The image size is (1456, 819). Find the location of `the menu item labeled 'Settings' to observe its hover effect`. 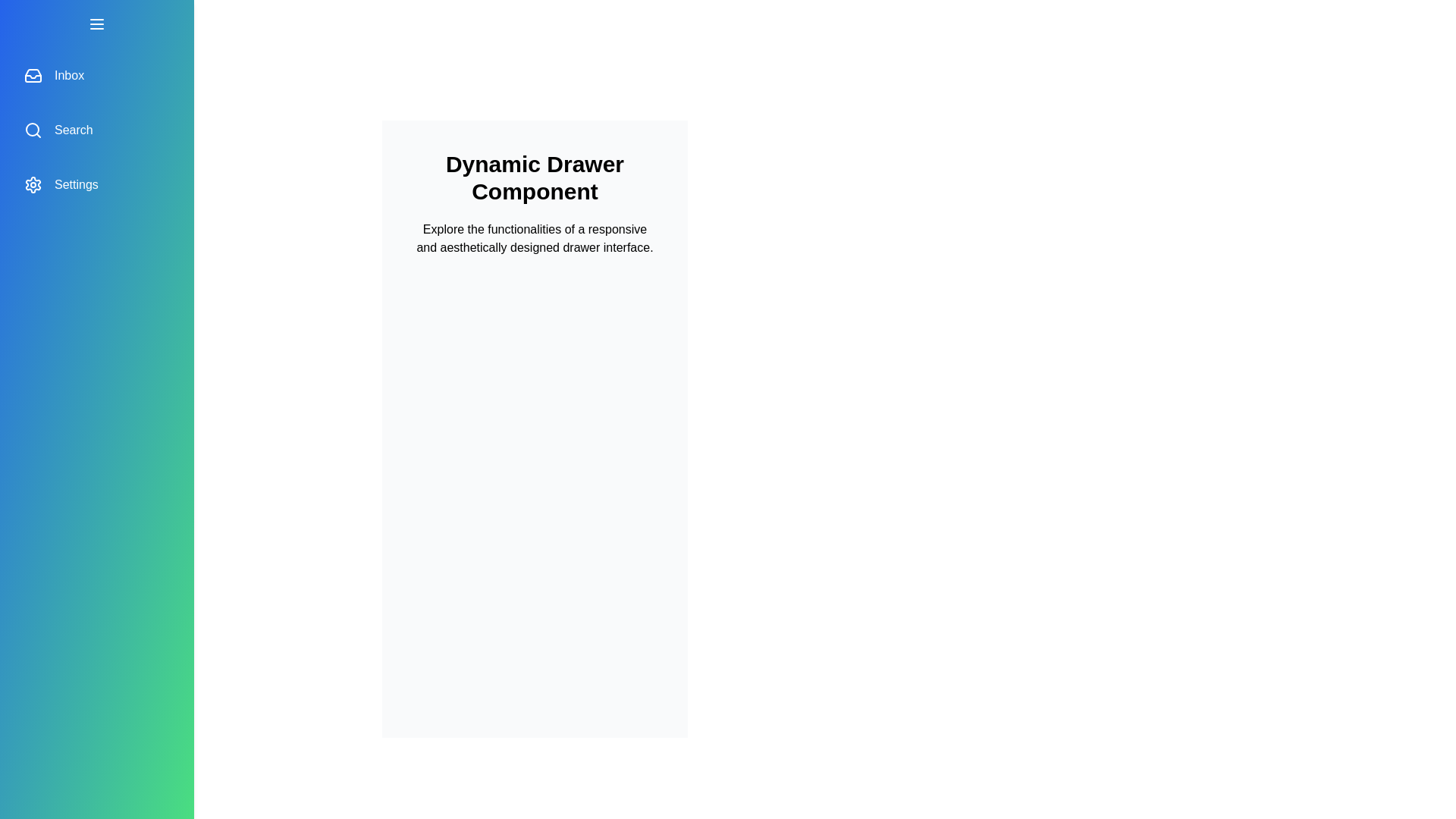

the menu item labeled 'Settings' to observe its hover effect is located at coordinates (96, 184).